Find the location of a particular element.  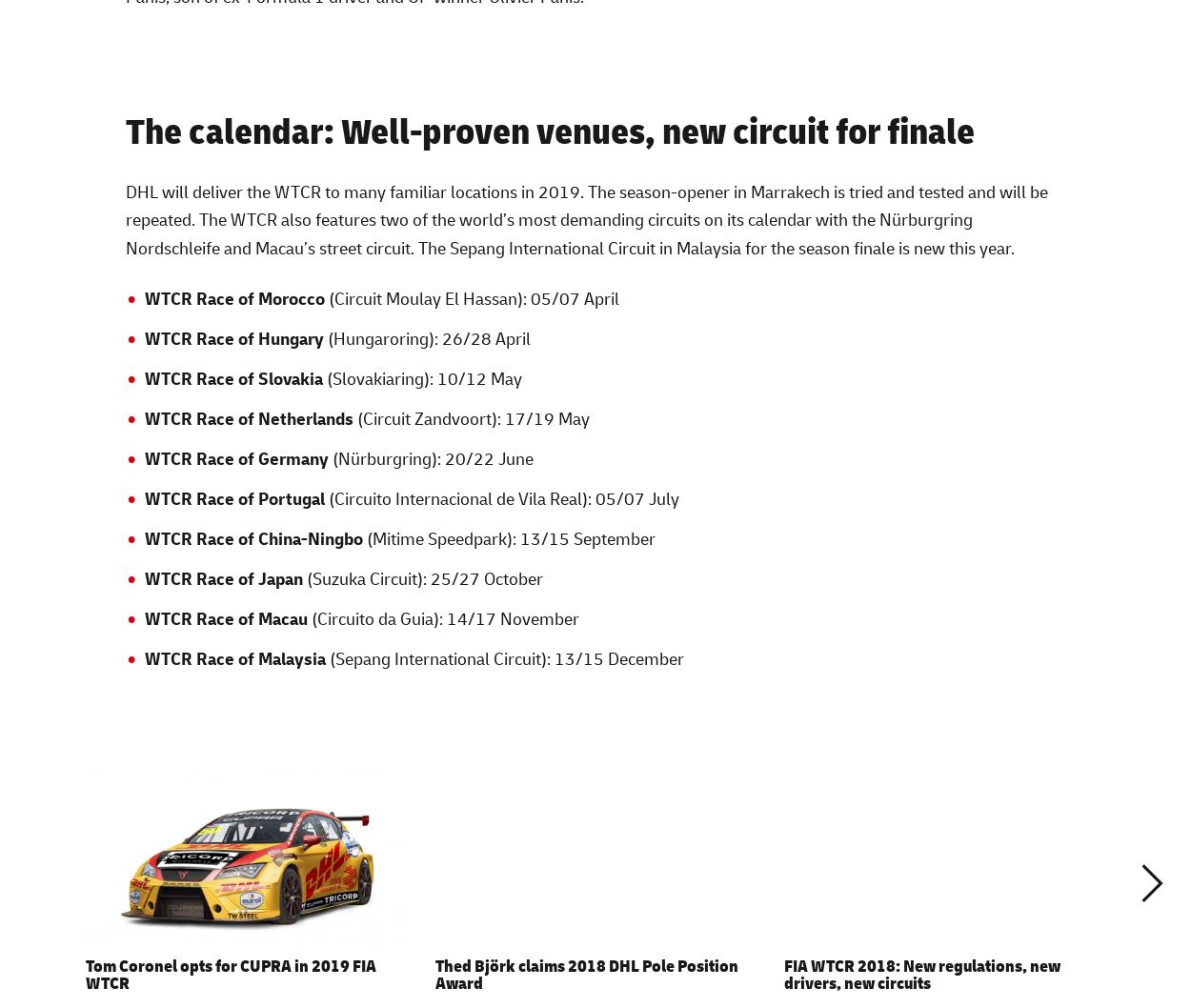

'WTCR Race of Portugal' is located at coordinates (232, 496).